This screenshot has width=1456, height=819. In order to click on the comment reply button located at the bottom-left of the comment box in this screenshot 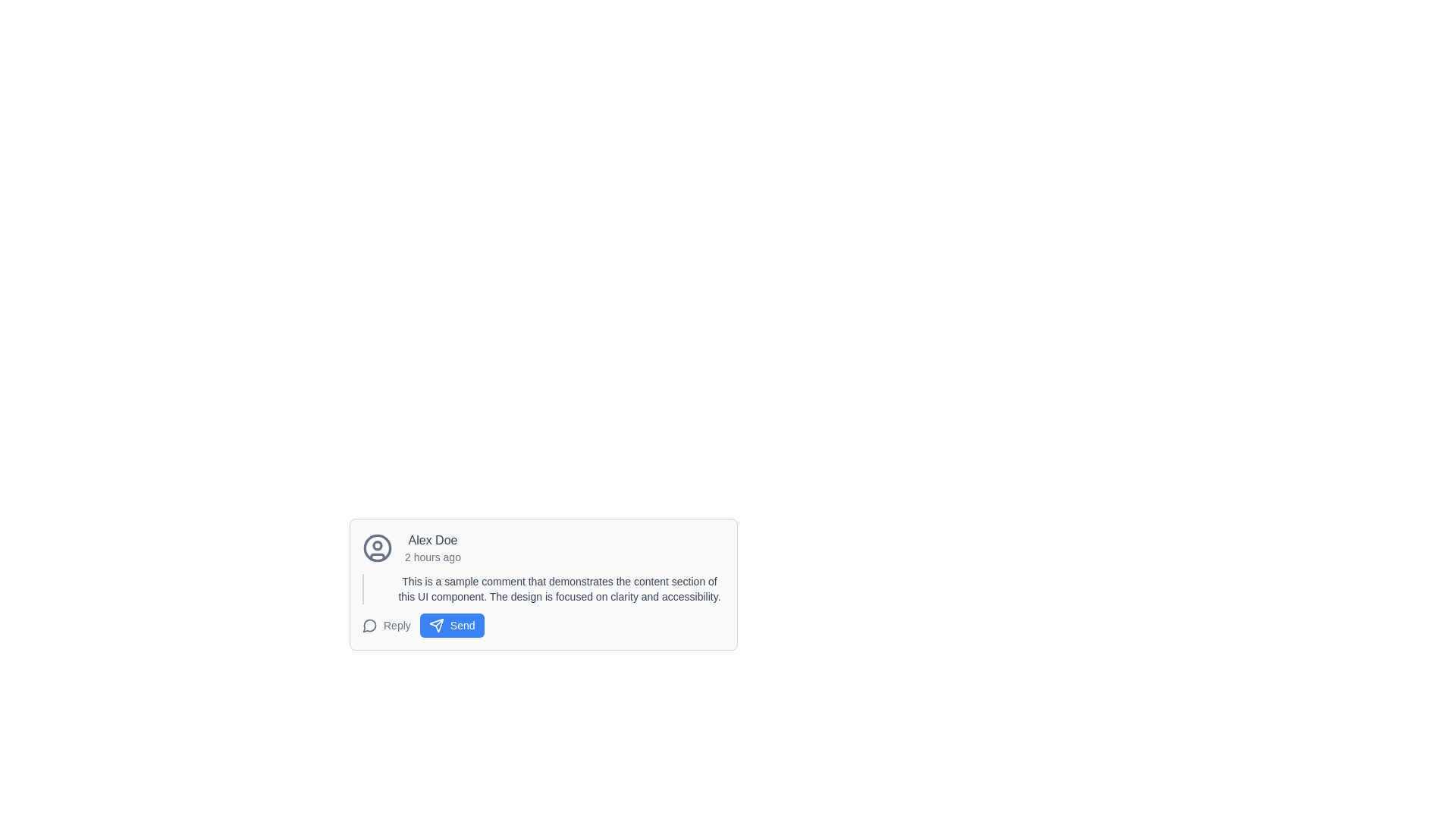, I will do `click(386, 626)`.